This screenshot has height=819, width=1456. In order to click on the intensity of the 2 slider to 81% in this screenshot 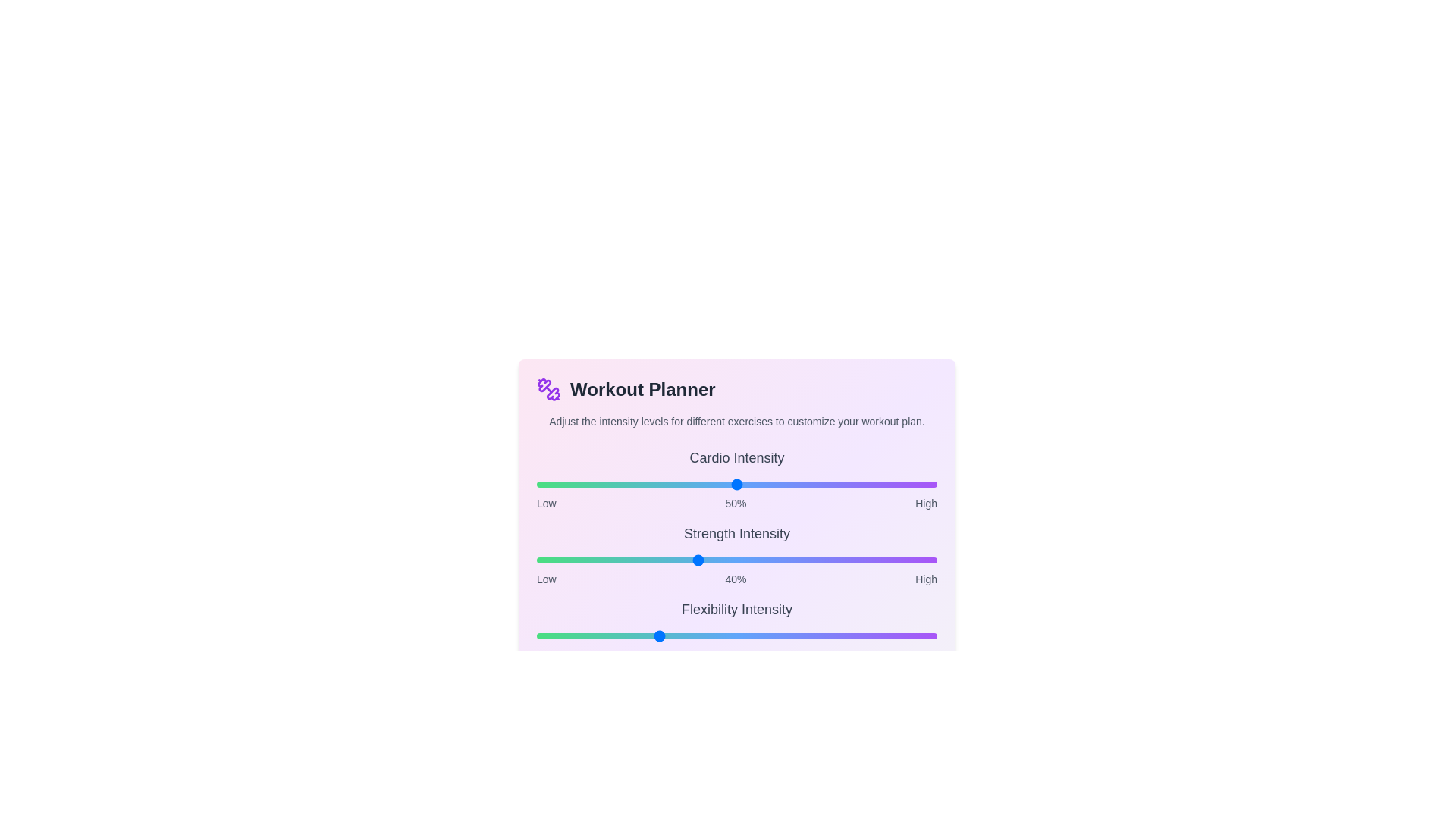, I will do `click(861, 636)`.